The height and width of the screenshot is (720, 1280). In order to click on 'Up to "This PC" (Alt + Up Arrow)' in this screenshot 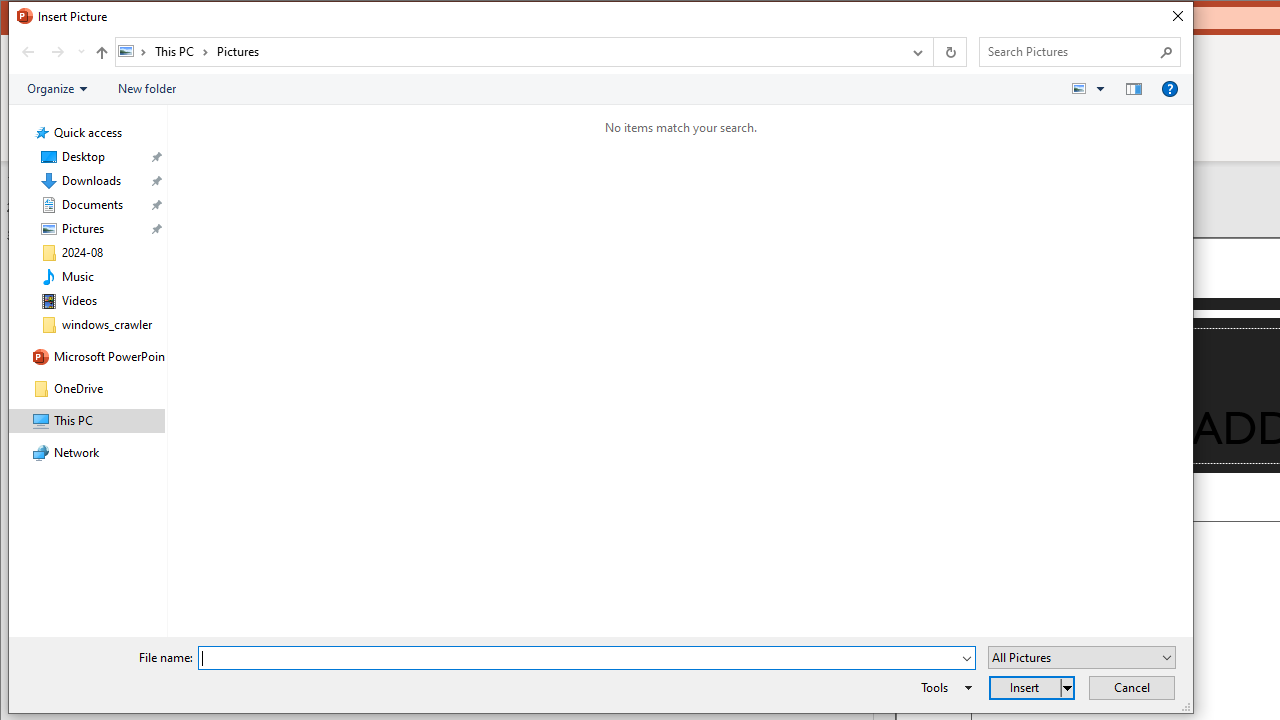, I will do `click(100, 51)`.